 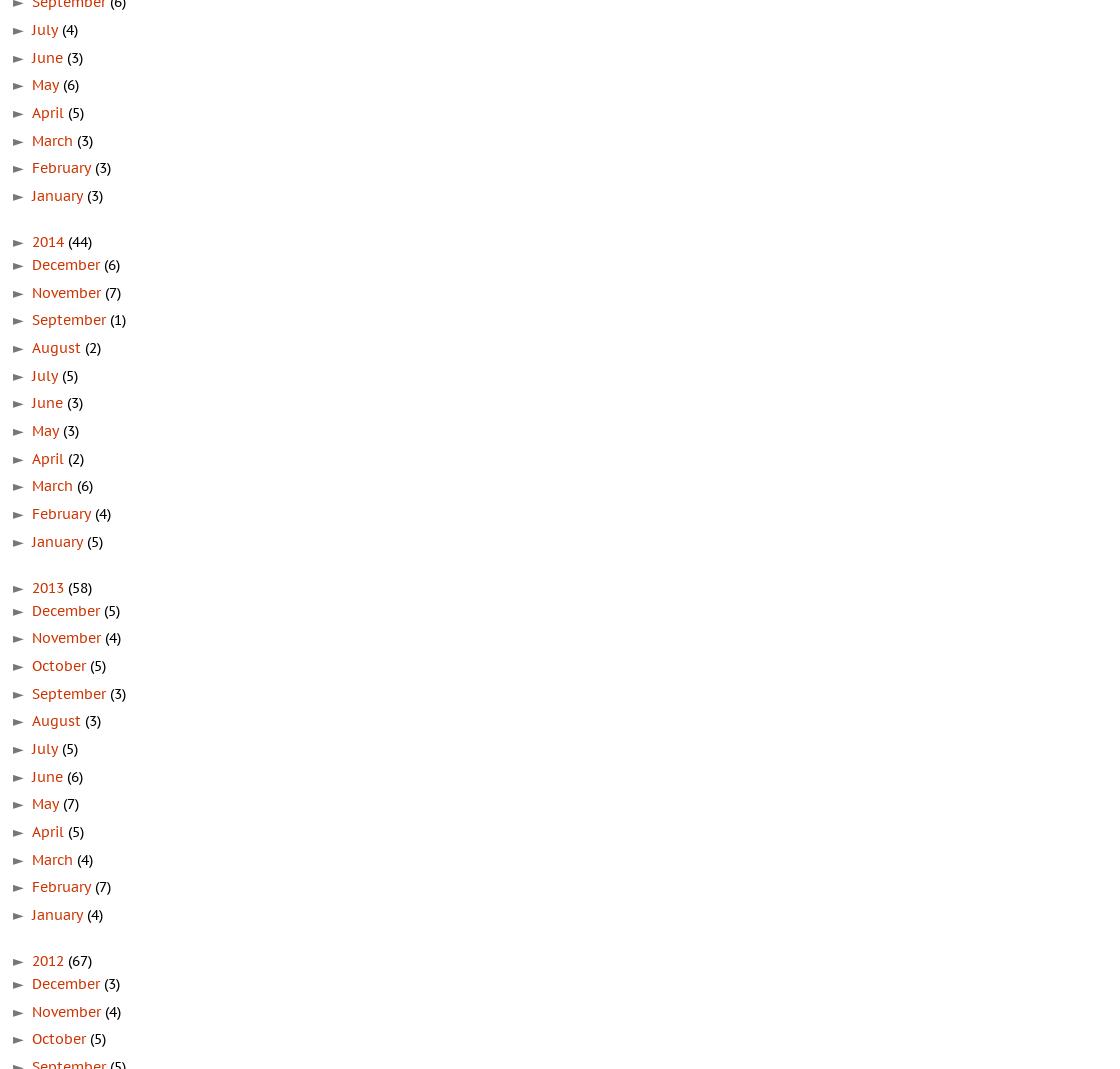 I want to click on '2012', so click(x=49, y=960).